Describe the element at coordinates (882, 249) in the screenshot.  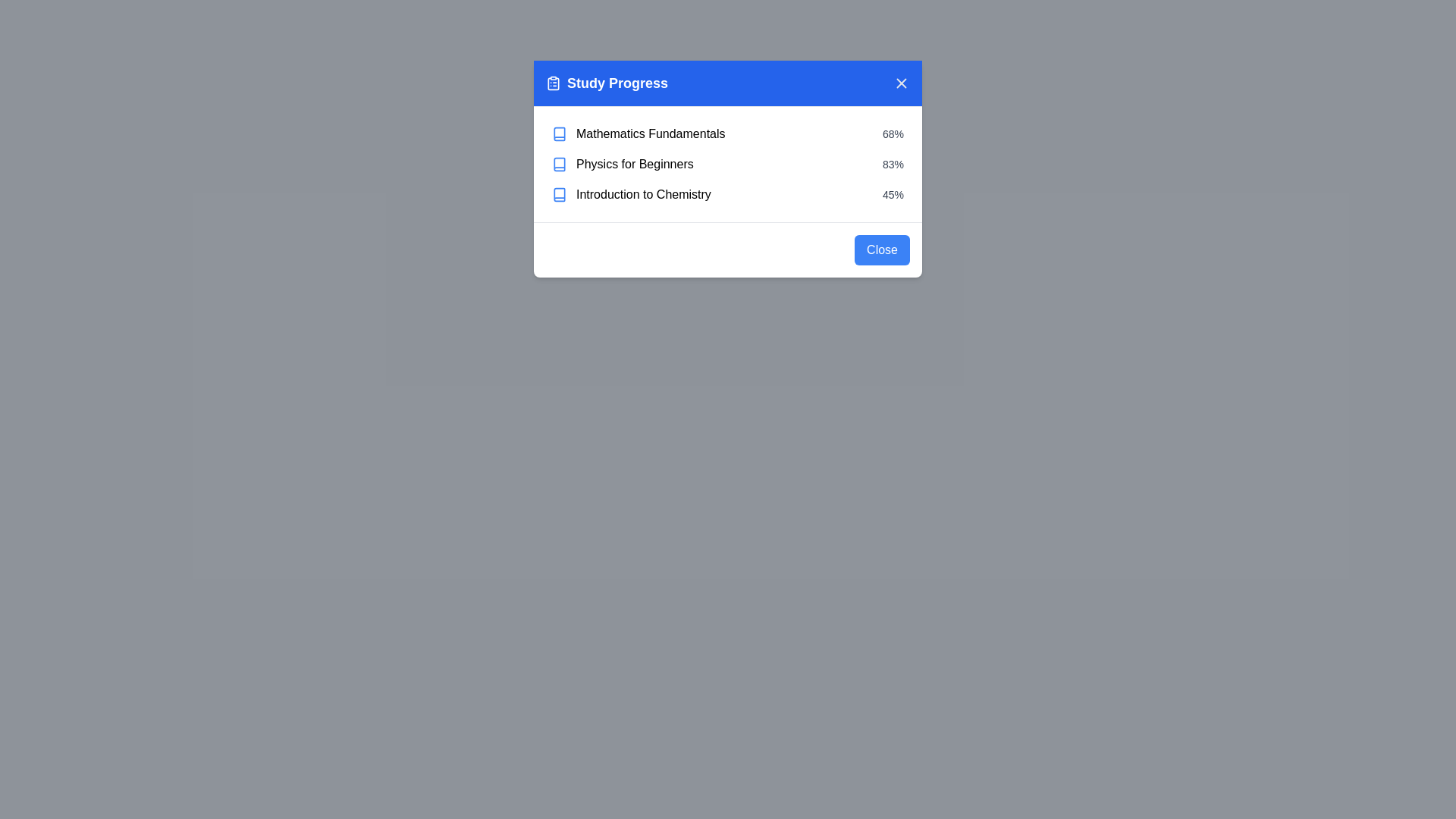
I see `the blue 'Close' button with rounded corners located at the bottom-right corner of the modal dialog` at that location.